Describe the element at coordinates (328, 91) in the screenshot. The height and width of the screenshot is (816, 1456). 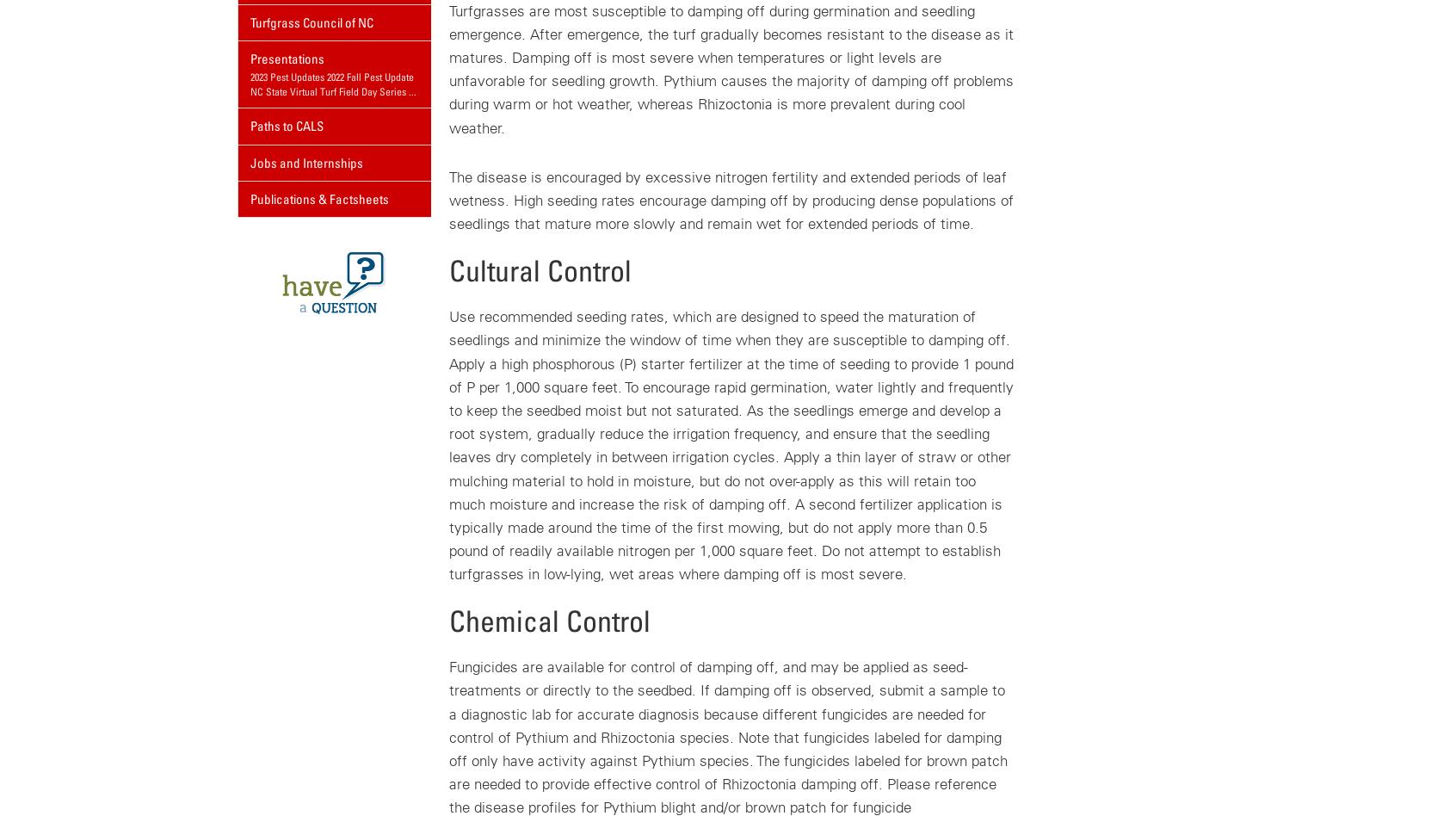
I see `'NC State Virtual Turf Field Day Series'` at that location.